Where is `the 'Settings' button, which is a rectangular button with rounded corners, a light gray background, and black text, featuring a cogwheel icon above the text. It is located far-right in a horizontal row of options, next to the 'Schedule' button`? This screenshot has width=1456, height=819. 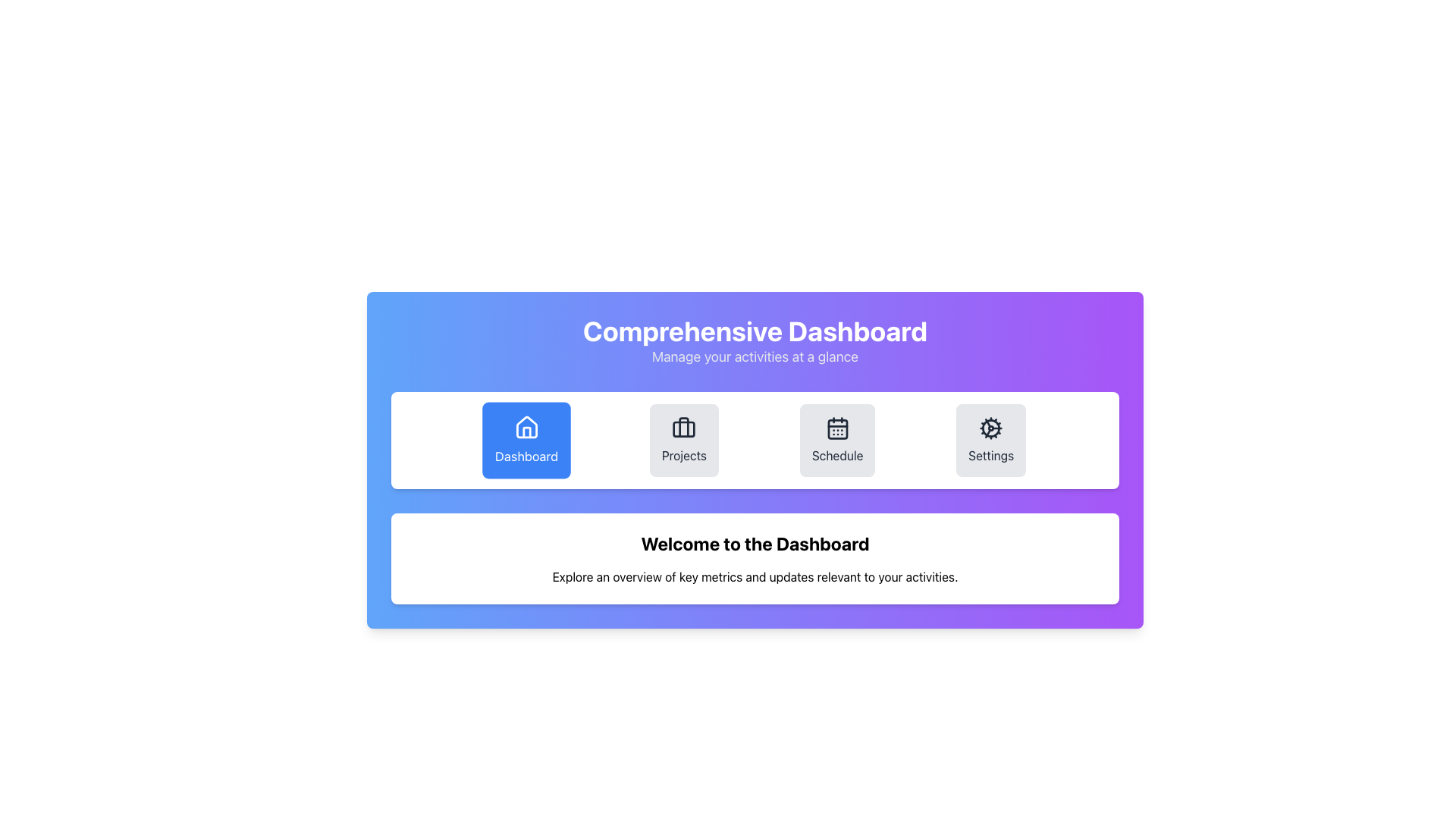 the 'Settings' button, which is a rectangular button with rounded corners, a light gray background, and black text, featuring a cogwheel icon above the text. It is located far-right in a horizontal row of options, next to the 'Schedule' button is located at coordinates (991, 441).